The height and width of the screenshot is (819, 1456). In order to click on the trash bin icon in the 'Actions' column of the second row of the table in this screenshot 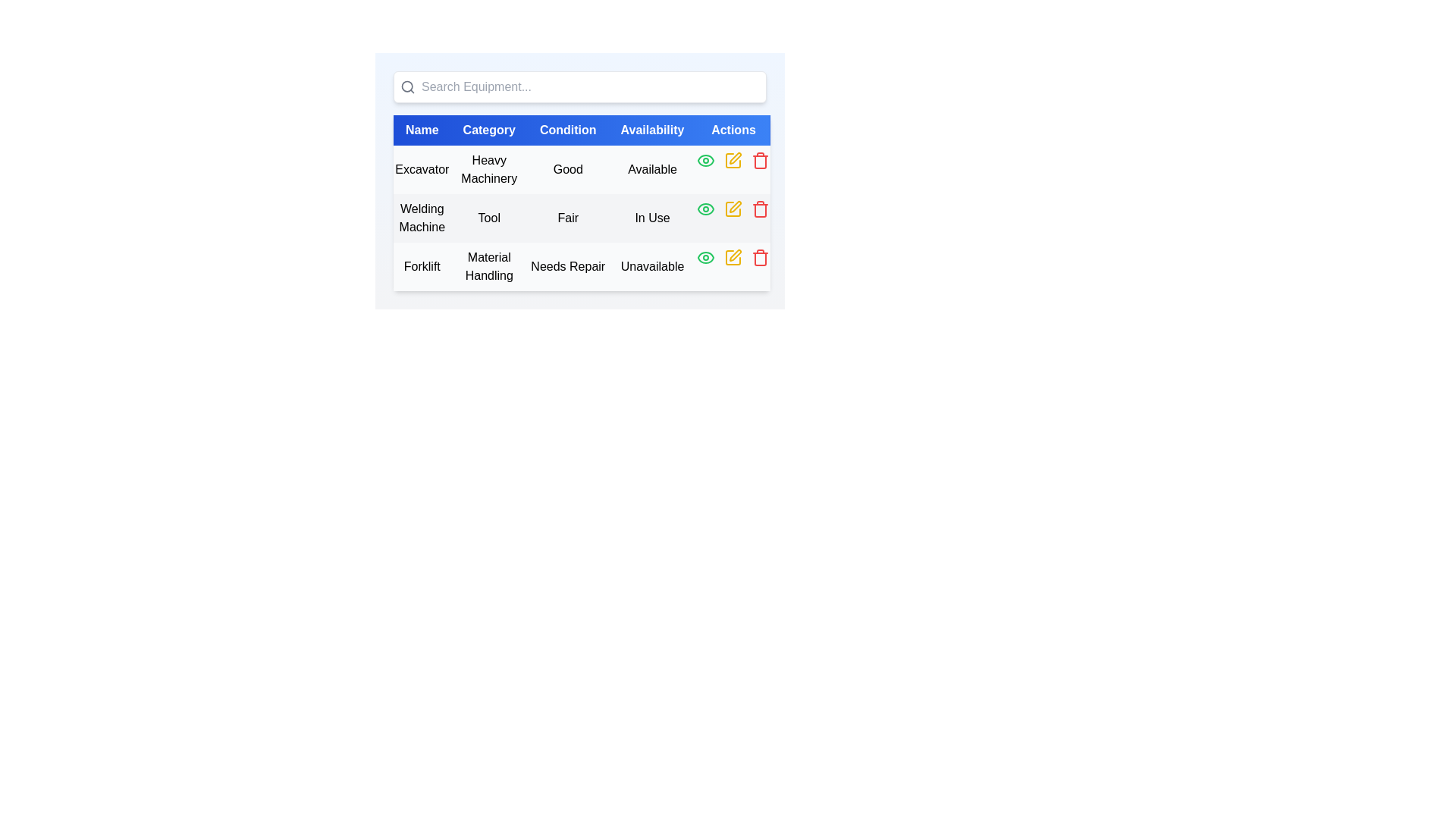, I will do `click(761, 209)`.